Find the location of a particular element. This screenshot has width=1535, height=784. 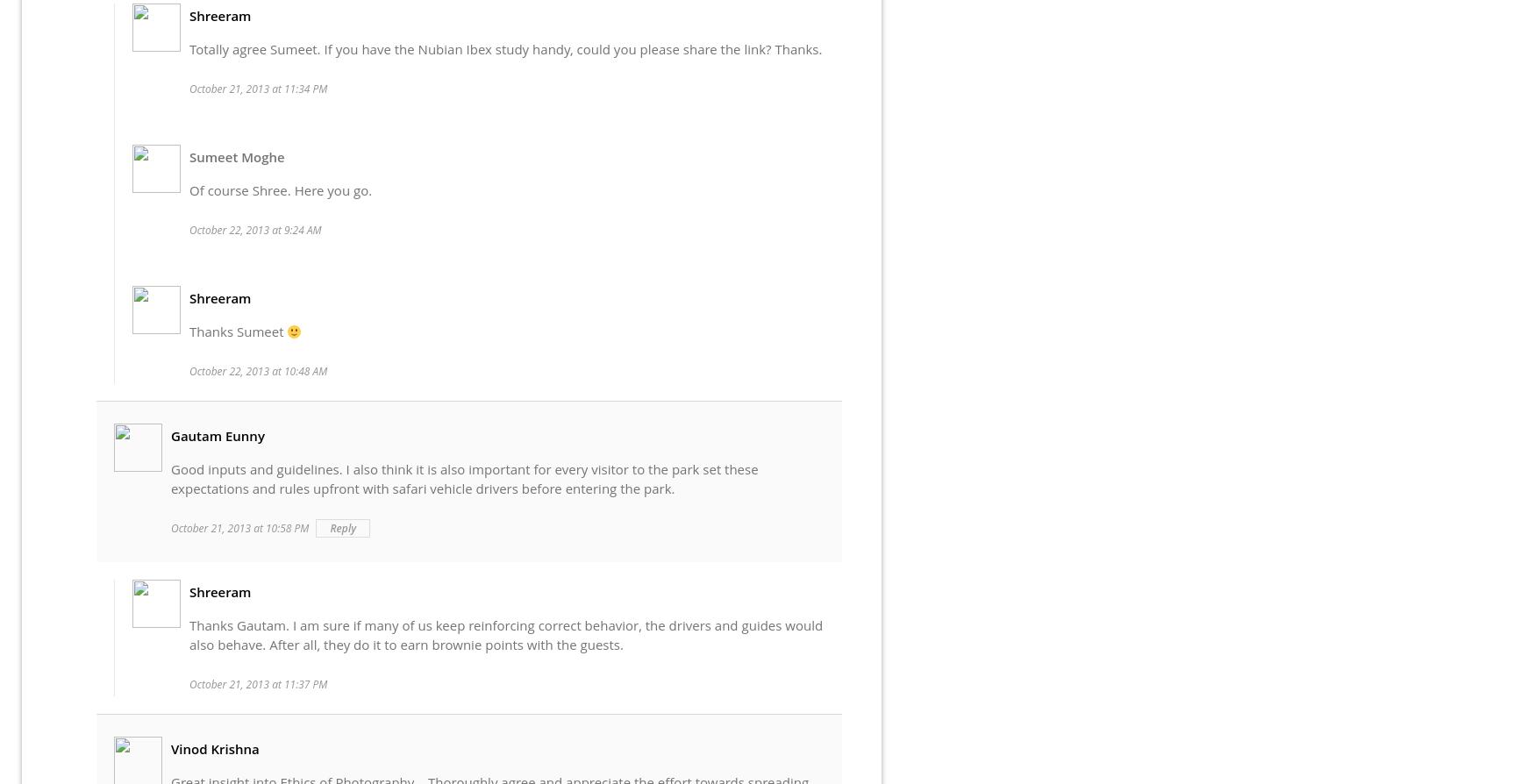

'Good inputs and guidelines. I also think it is also important for every visitor to the park set these expectations and rules upfront with safari vehicle drivers before entering the park.' is located at coordinates (463, 478).